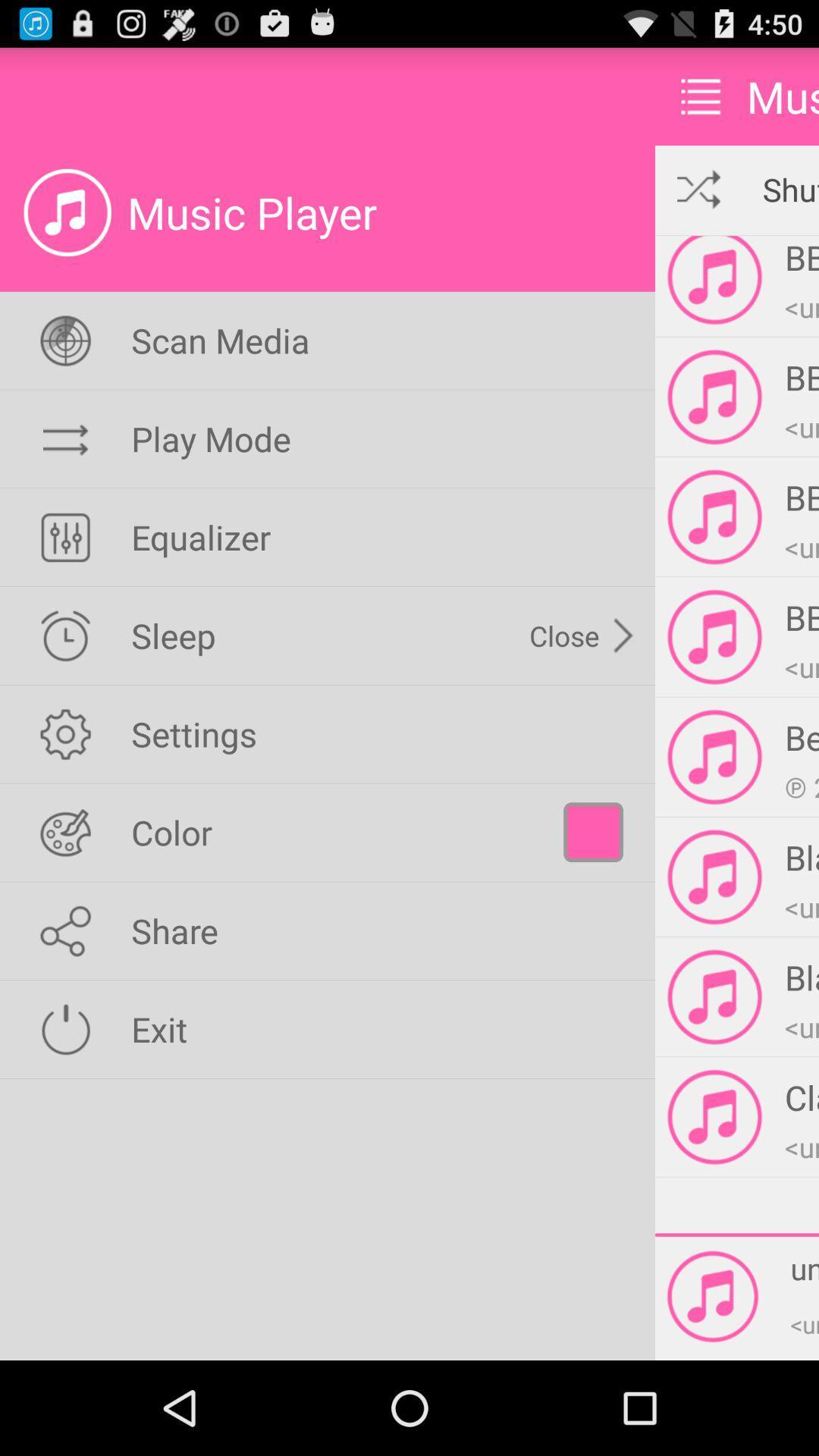 Image resolution: width=819 pixels, height=1456 pixels. Describe the element at coordinates (701, 96) in the screenshot. I see `item next to music app` at that location.